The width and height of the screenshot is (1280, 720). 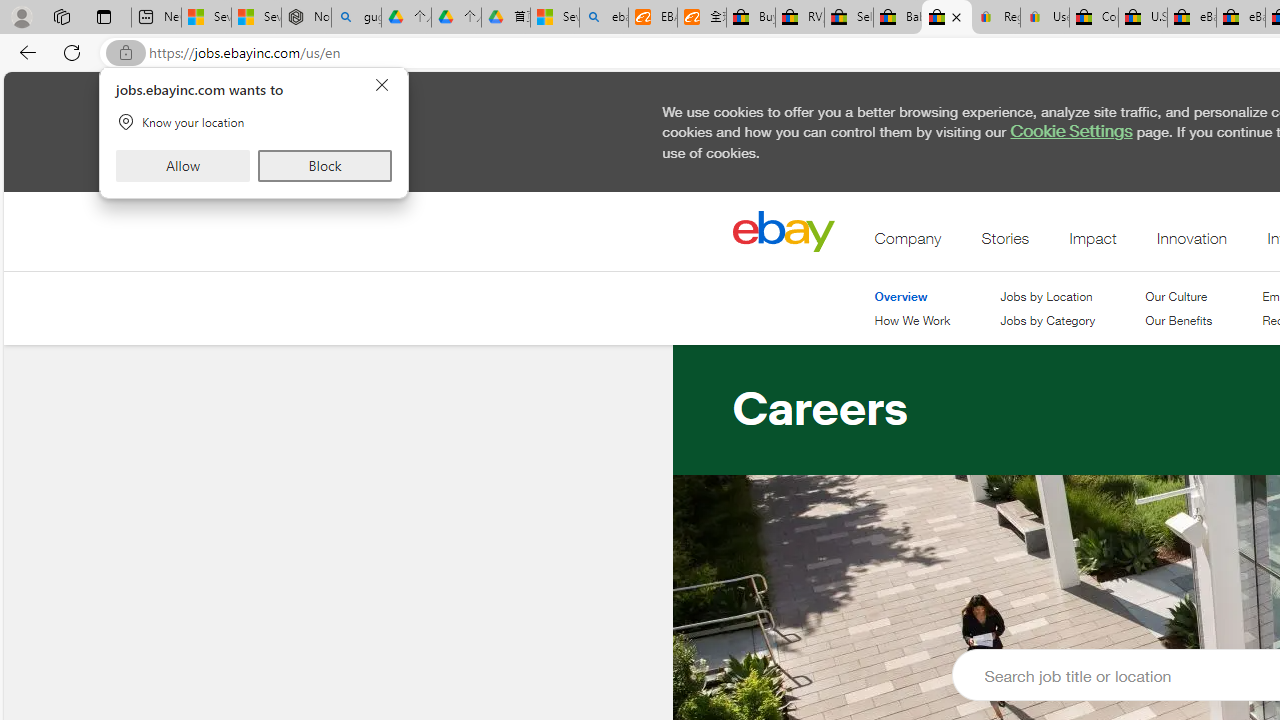 I want to click on 'Cookie Settings', so click(x=1070, y=131).